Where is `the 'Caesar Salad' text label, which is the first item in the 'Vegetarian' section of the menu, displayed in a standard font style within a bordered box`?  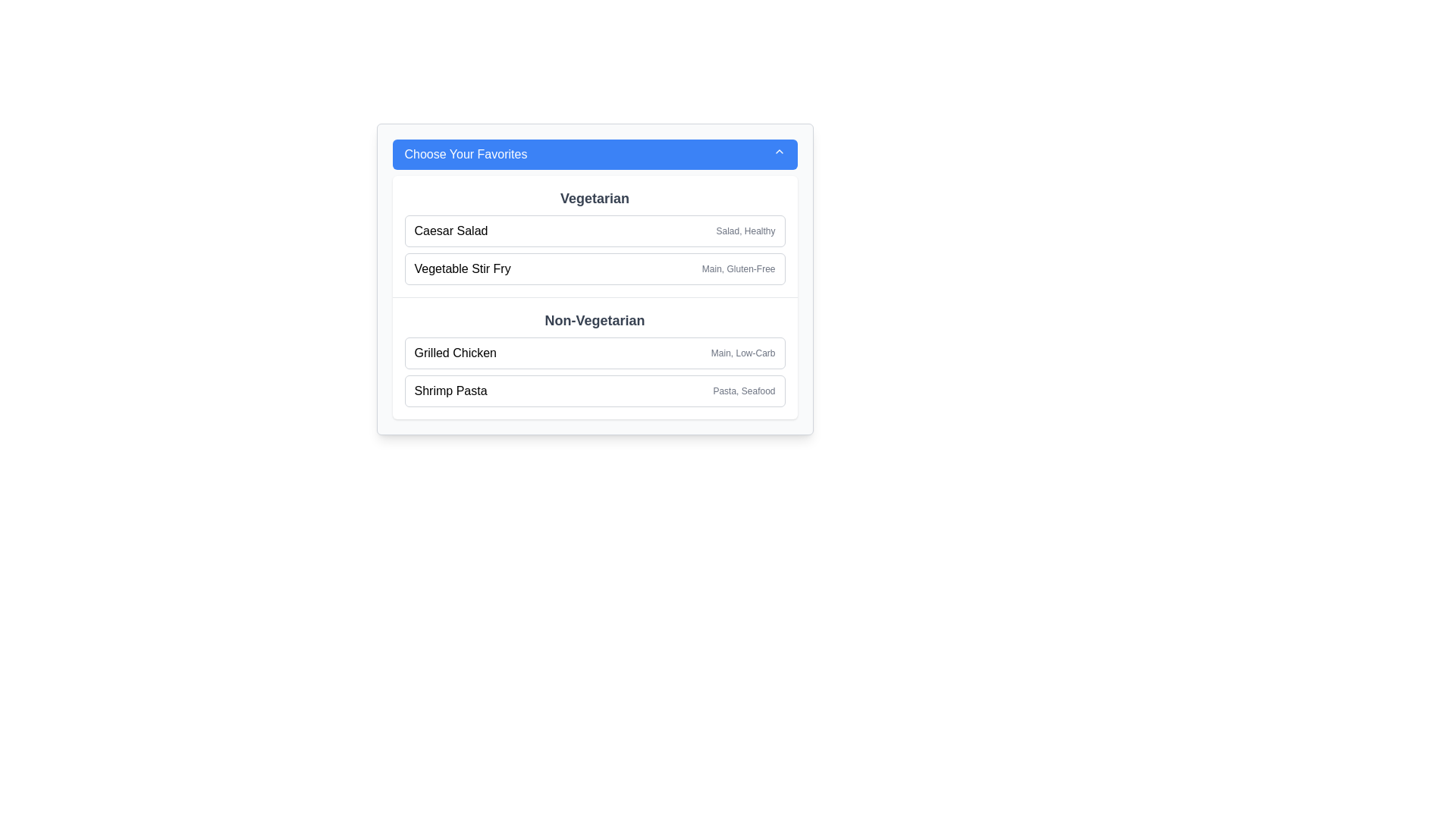
the 'Caesar Salad' text label, which is the first item in the 'Vegetarian' section of the menu, displayed in a standard font style within a bordered box is located at coordinates (450, 231).